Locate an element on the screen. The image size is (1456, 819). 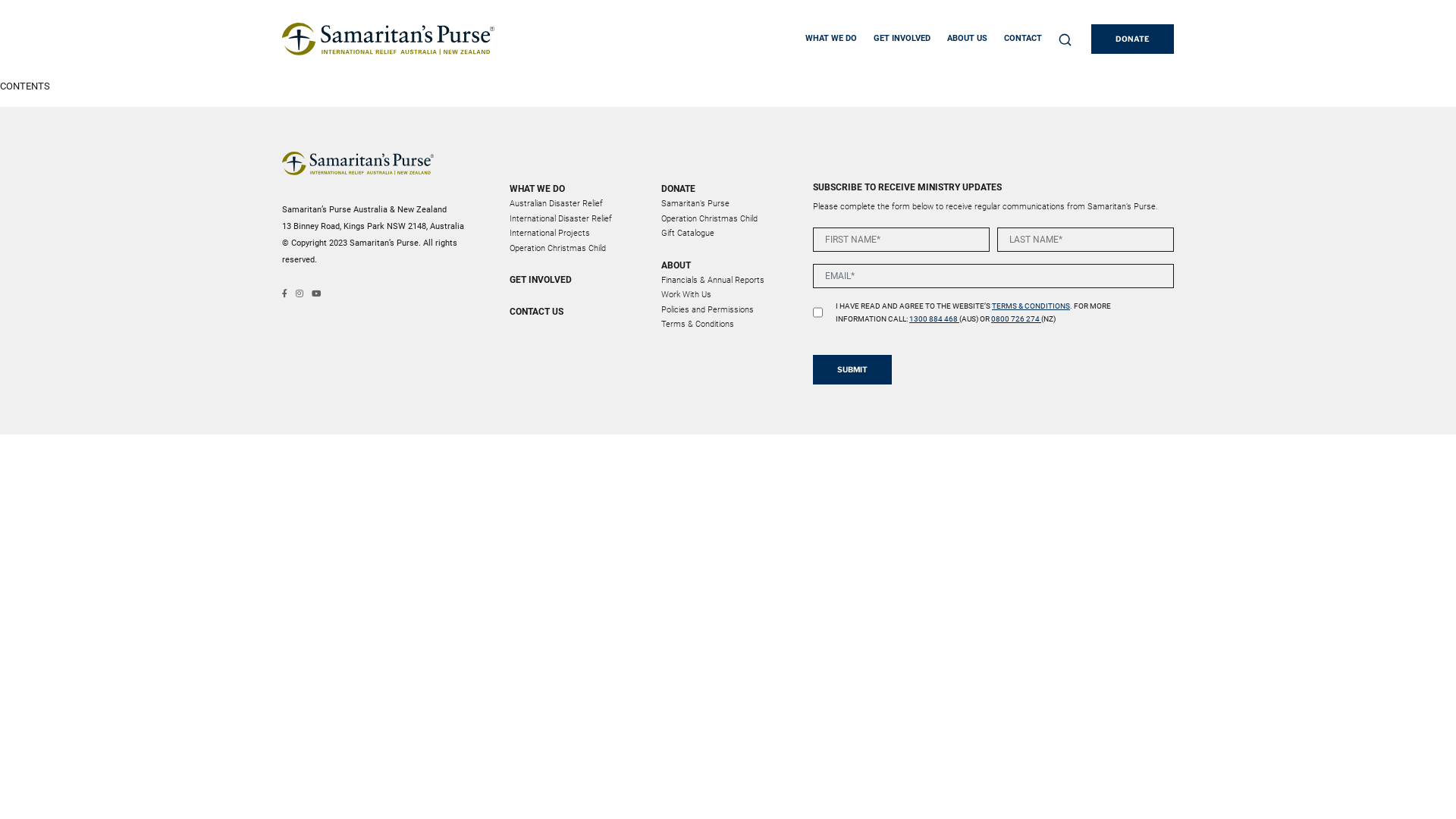
'GET INVOLVED' is located at coordinates (575, 280).